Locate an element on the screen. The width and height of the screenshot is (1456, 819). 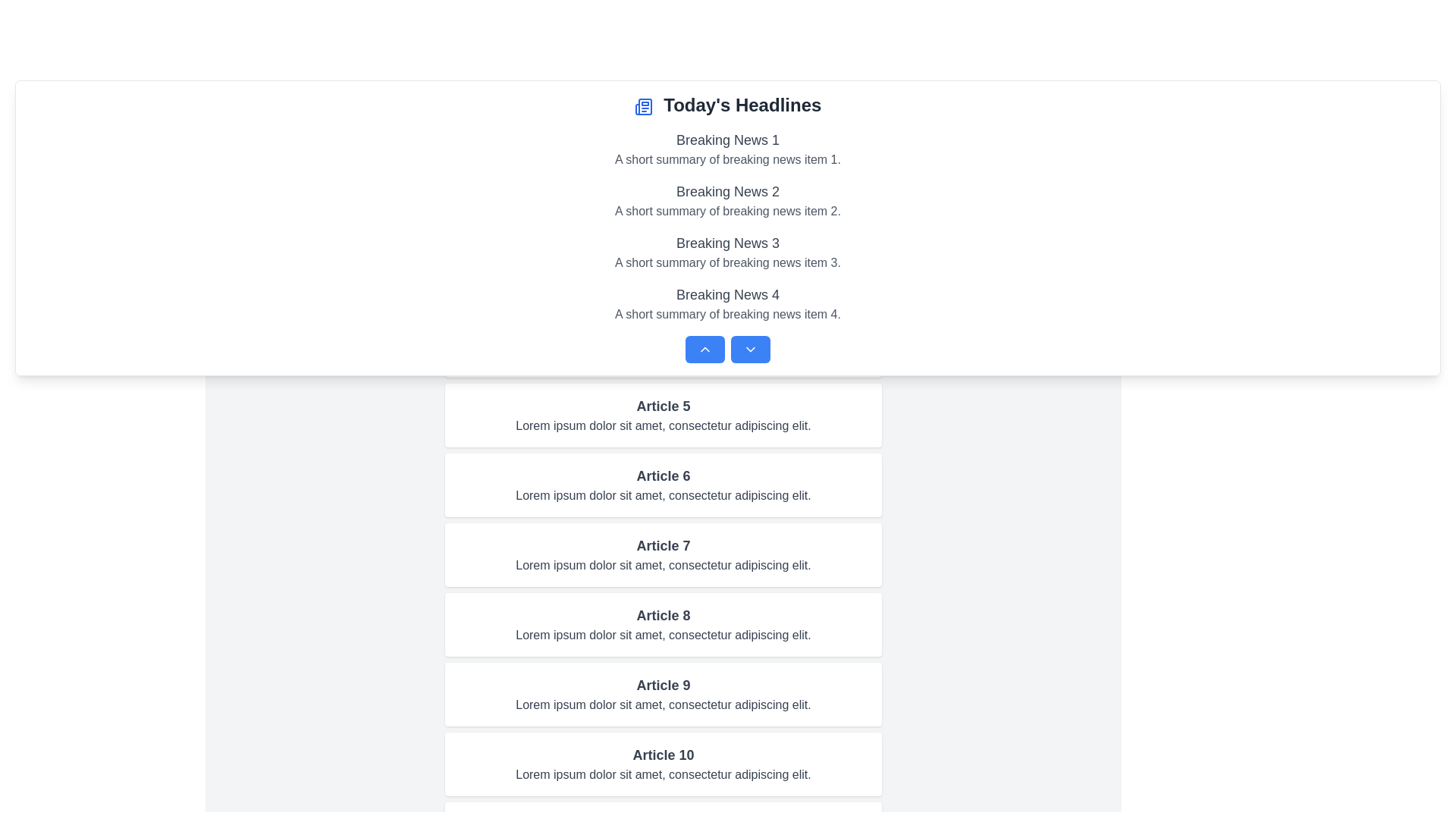
the textual block displaying the headline 'Breaking News 4' and summary 'A short summary of breaking news item 4', which is the fourth entry under 'Today's Headlines' is located at coordinates (728, 304).